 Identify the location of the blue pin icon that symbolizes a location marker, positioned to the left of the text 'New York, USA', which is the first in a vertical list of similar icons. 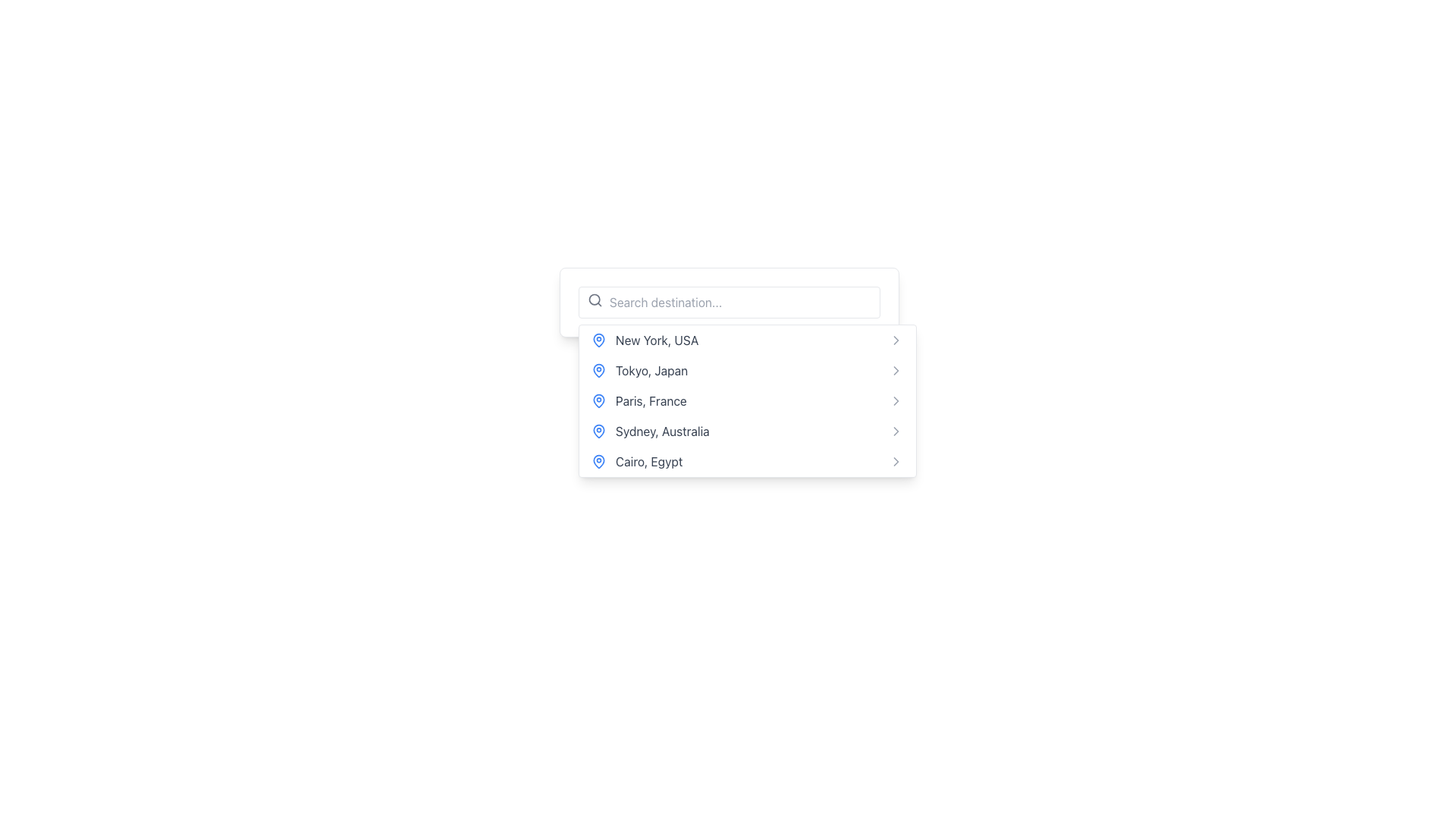
(598, 339).